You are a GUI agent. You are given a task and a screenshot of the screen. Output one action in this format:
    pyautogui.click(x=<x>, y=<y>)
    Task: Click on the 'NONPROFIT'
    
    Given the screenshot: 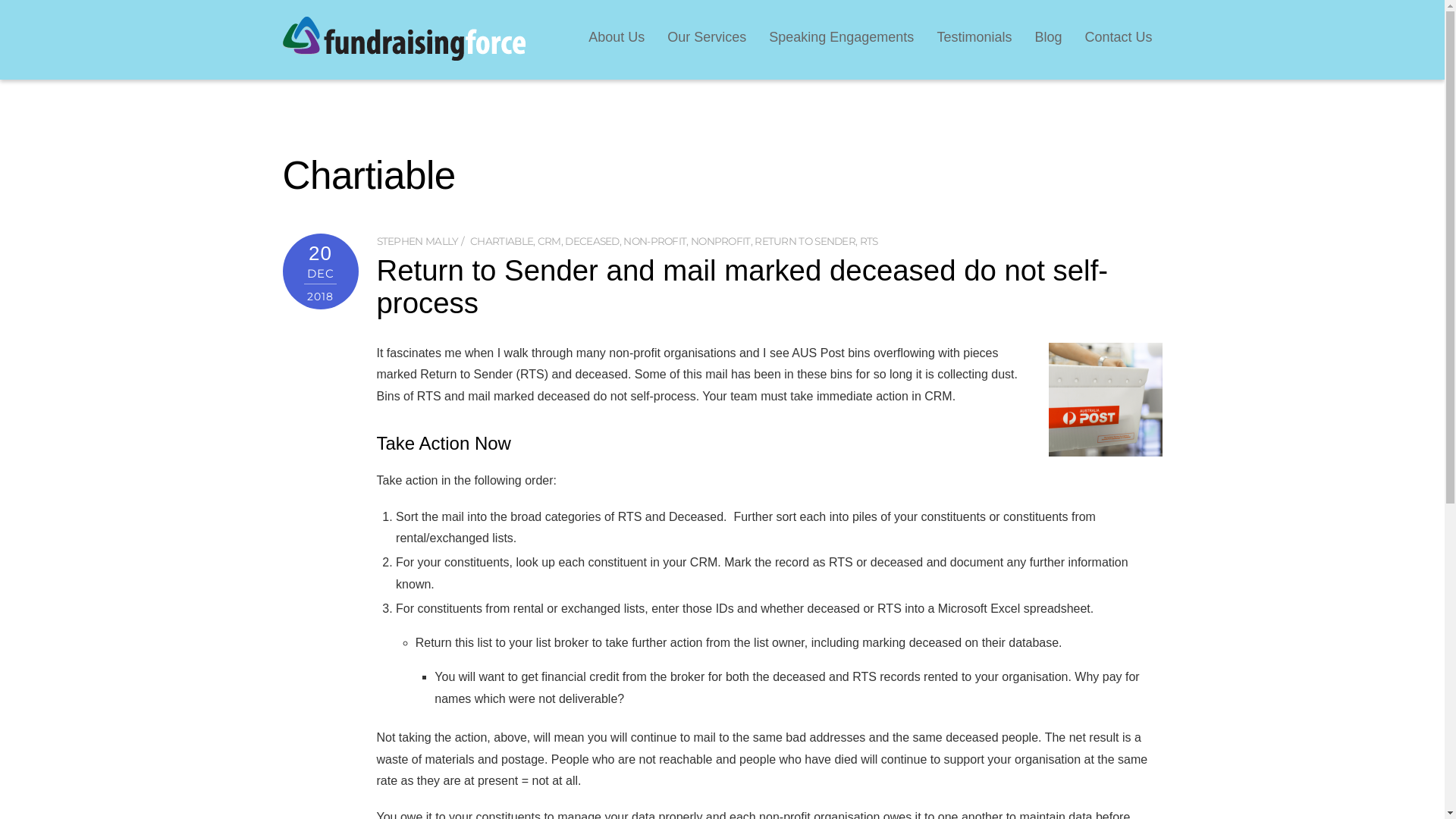 What is the action you would take?
    pyautogui.click(x=720, y=240)
    